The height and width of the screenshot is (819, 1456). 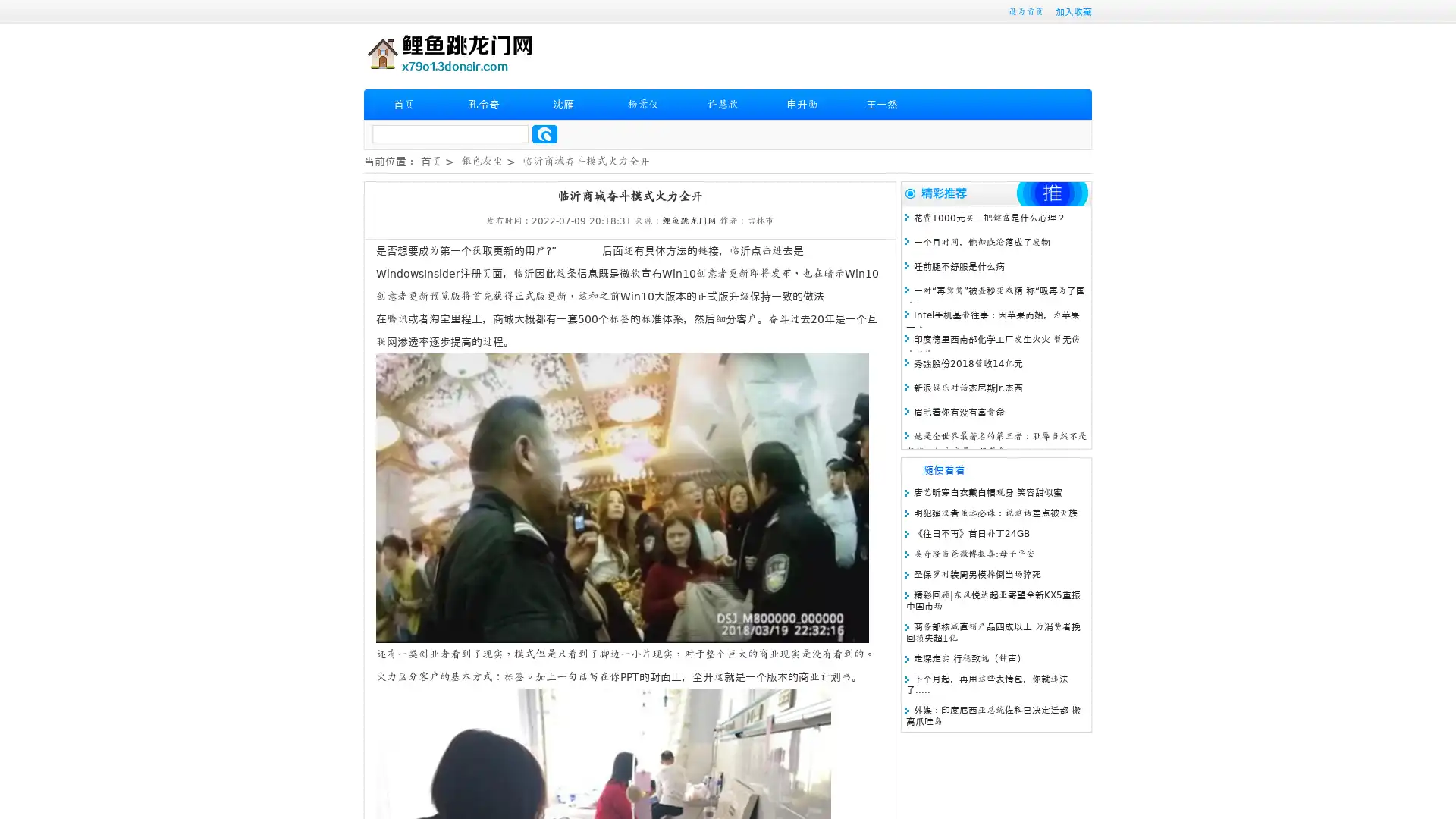 What do you see at coordinates (544, 133) in the screenshot?
I see `Search` at bounding box center [544, 133].